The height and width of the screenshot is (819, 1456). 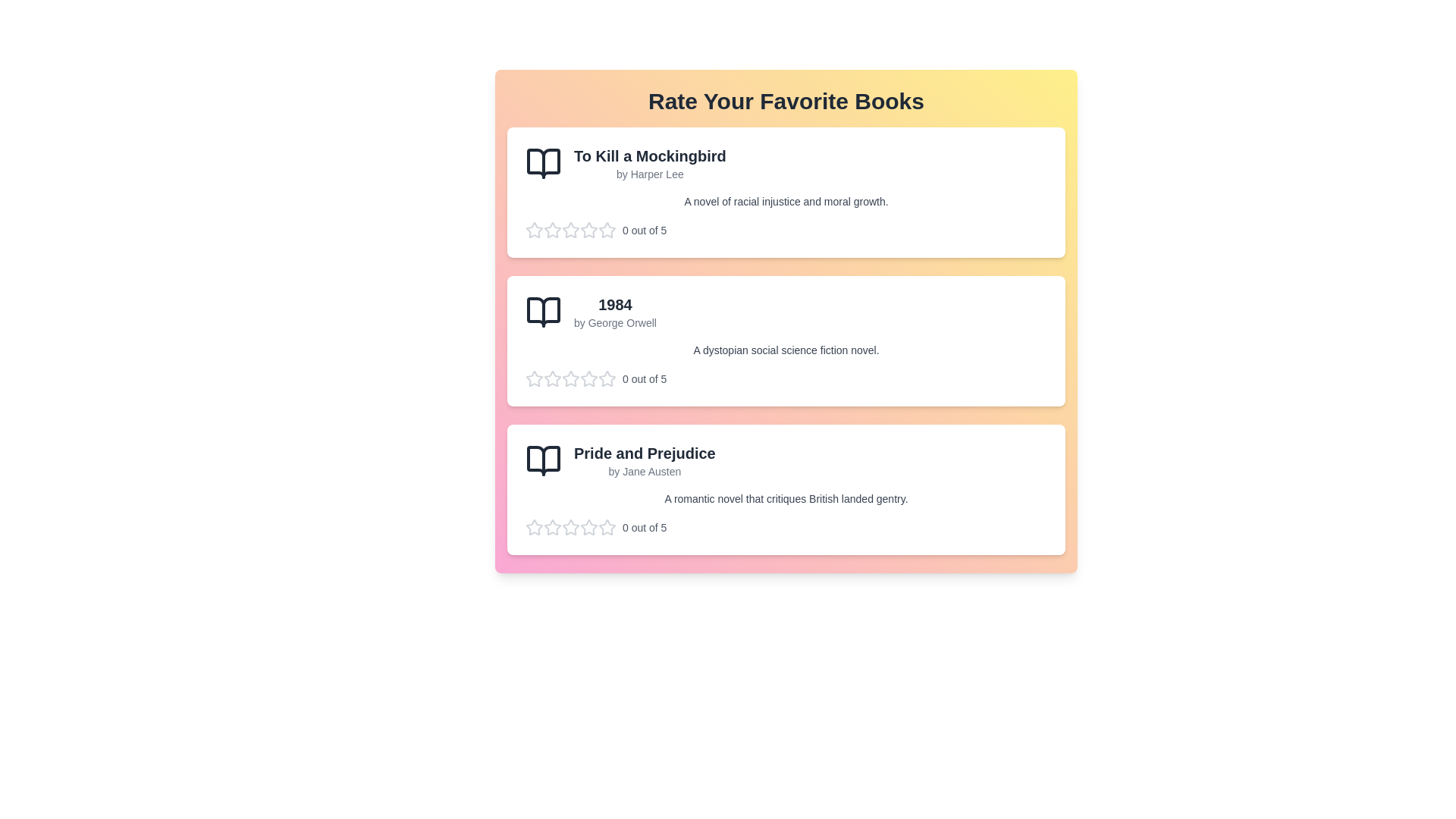 What do you see at coordinates (552, 230) in the screenshot?
I see `the first star in the rating system to indicate a rating of 1 out of 5 for the book 'To Kill a Mockingbird' by Harper Lee` at bounding box center [552, 230].